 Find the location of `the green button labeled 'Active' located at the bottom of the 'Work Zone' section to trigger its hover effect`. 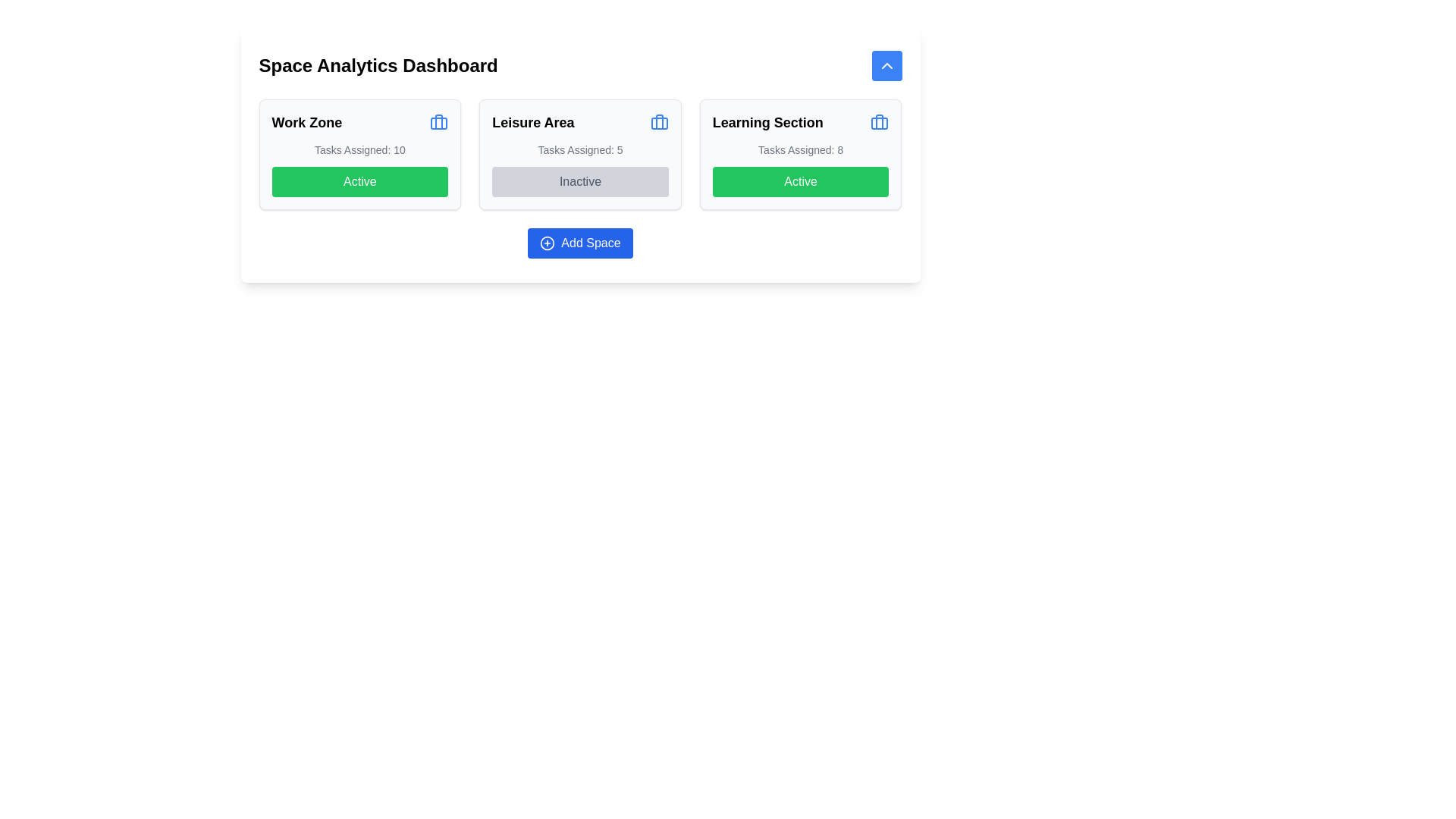

the green button labeled 'Active' located at the bottom of the 'Work Zone' section to trigger its hover effect is located at coordinates (359, 180).